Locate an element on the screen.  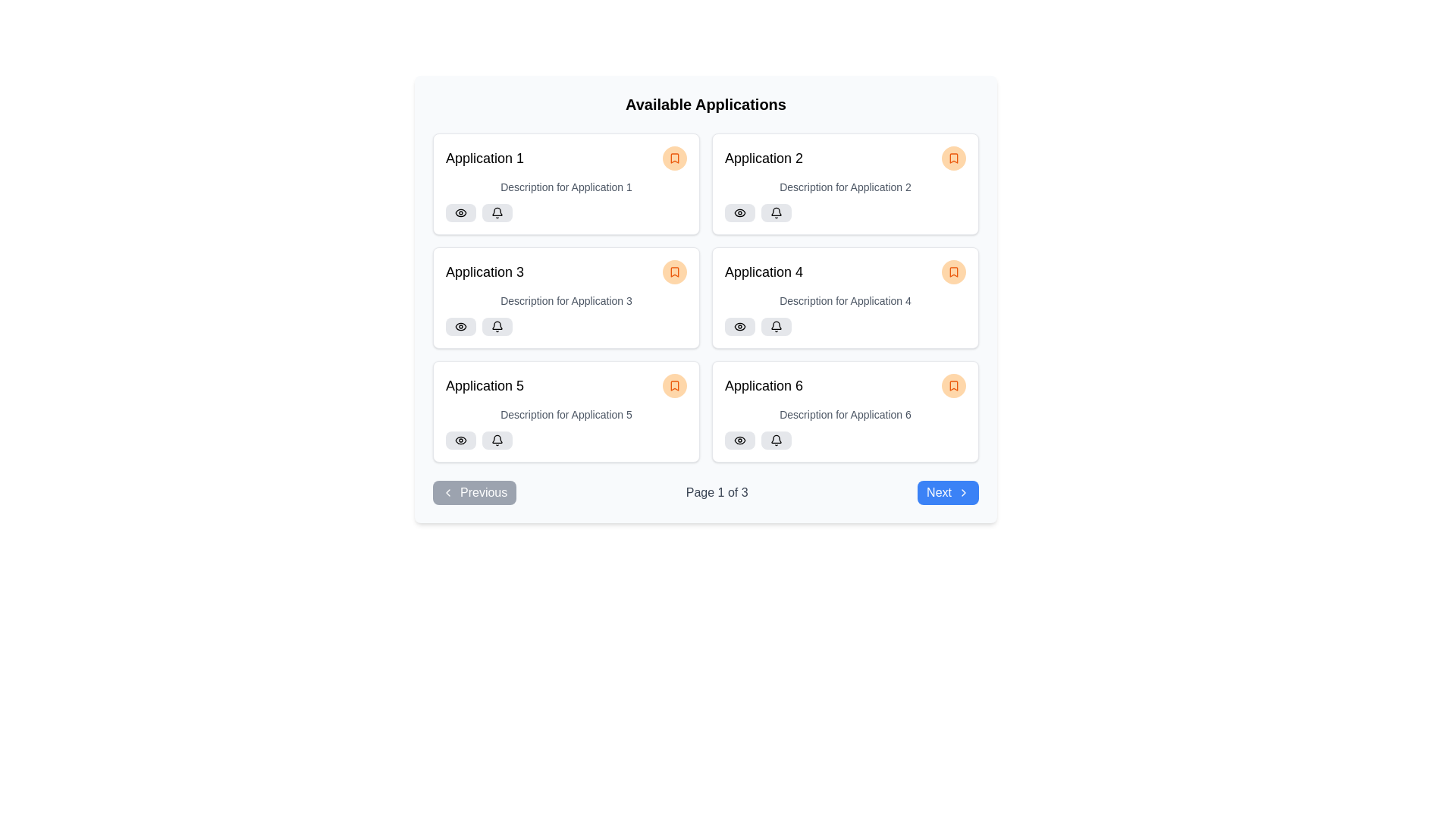
the static text header that indicates the purpose of the application cards section is located at coordinates (705, 104).